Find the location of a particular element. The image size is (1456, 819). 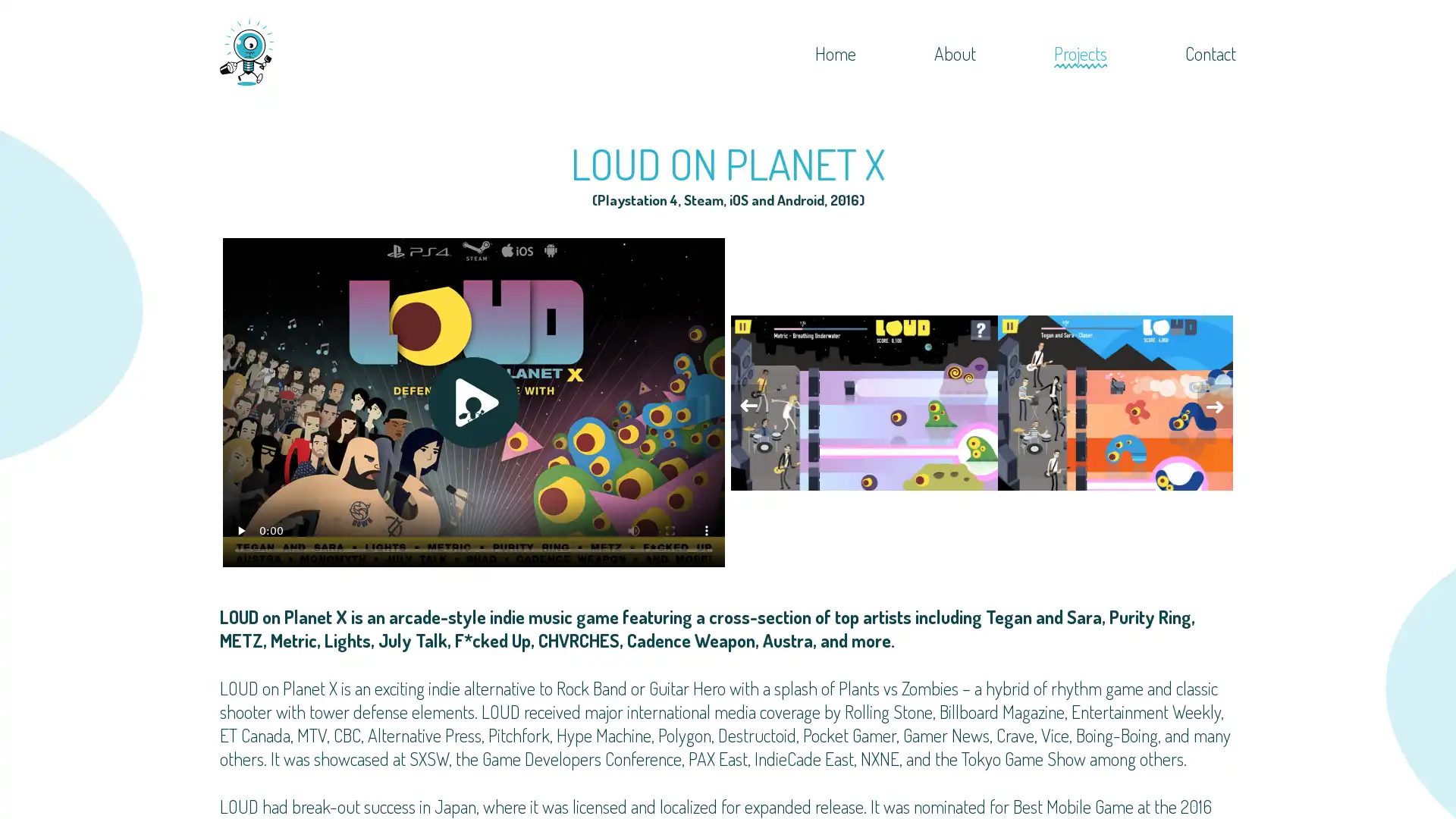

mute is located at coordinates (633, 529).